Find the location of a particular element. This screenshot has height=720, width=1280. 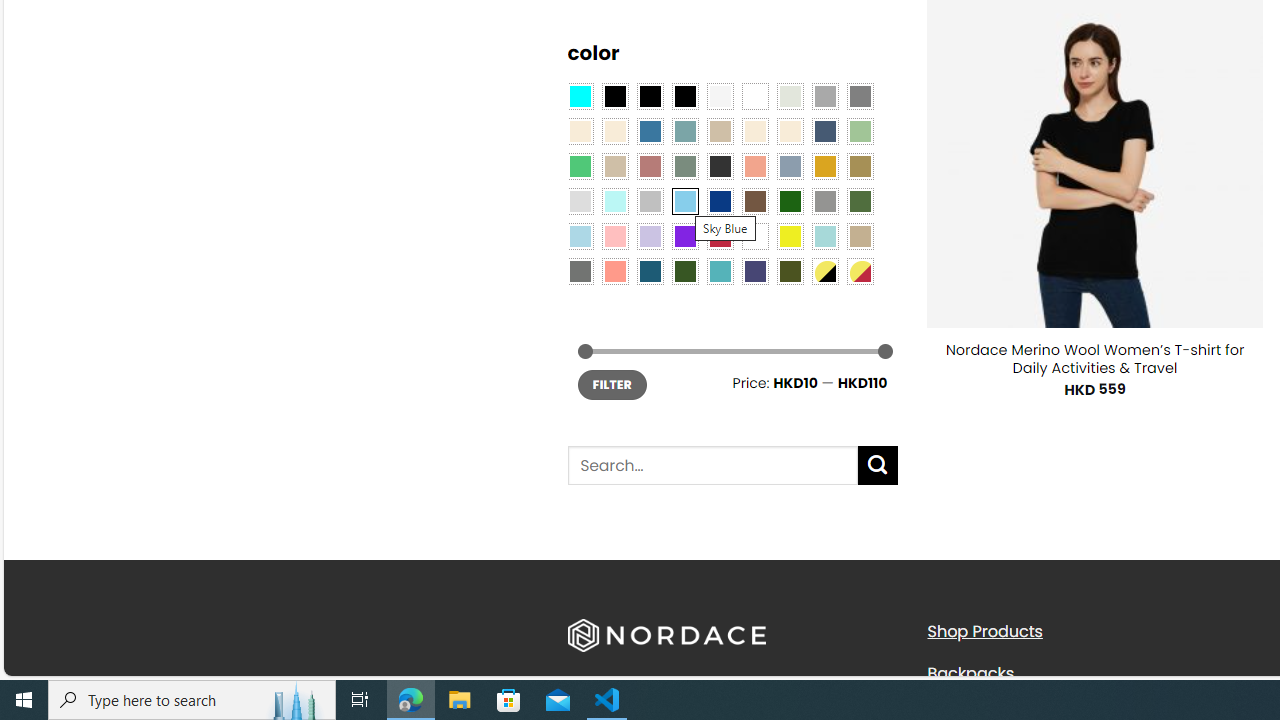

'Light Taupe' is located at coordinates (614, 164).